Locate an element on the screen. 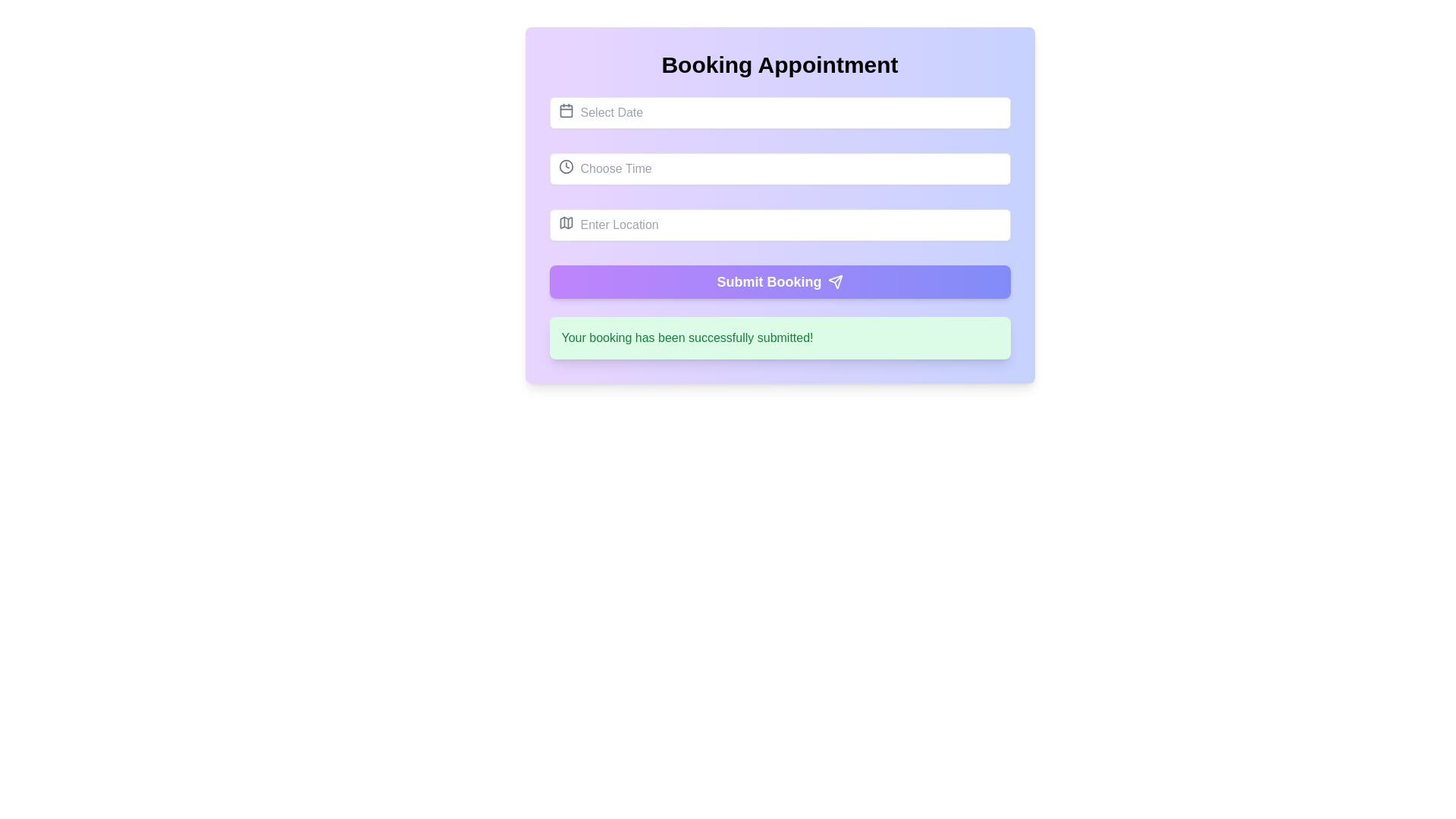 This screenshot has width=1456, height=819. the circular clock icon located next to the 'Choose Time' input field, which is part of an SVG structure is located at coordinates (565, 166).